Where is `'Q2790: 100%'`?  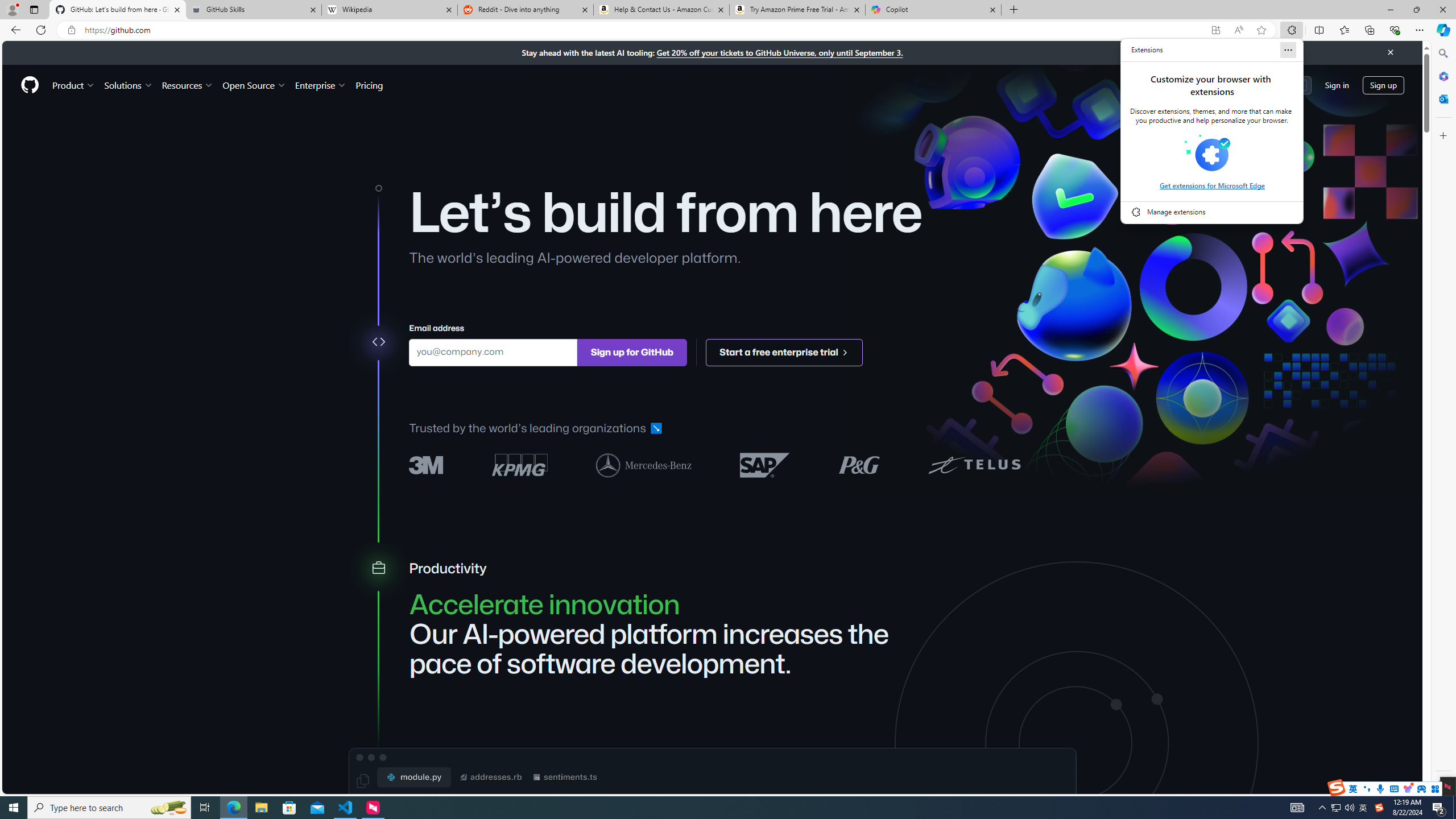
'Q2790: 100%' is located at coordinates (1349, 806).